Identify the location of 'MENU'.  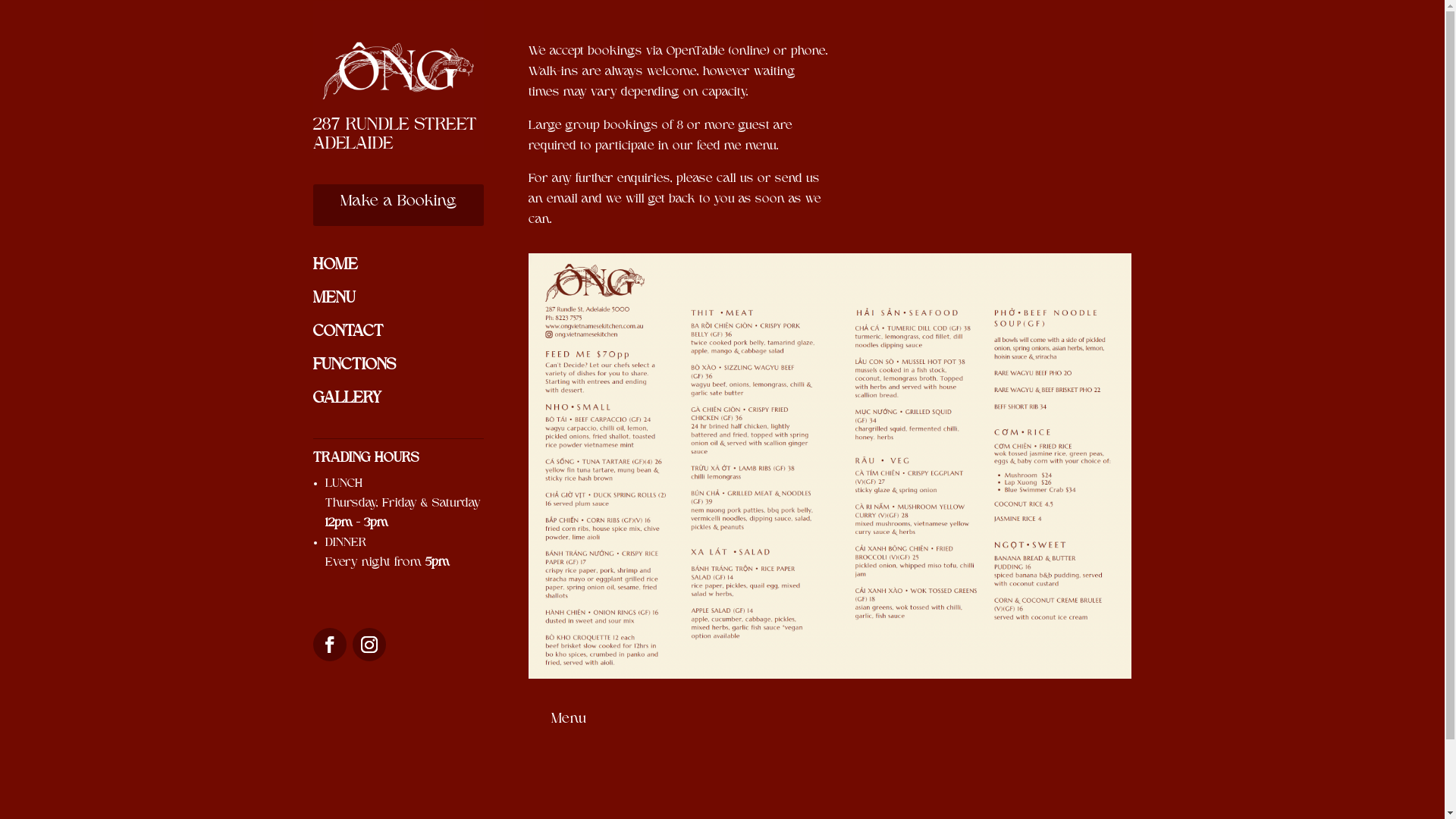
(312, 298).